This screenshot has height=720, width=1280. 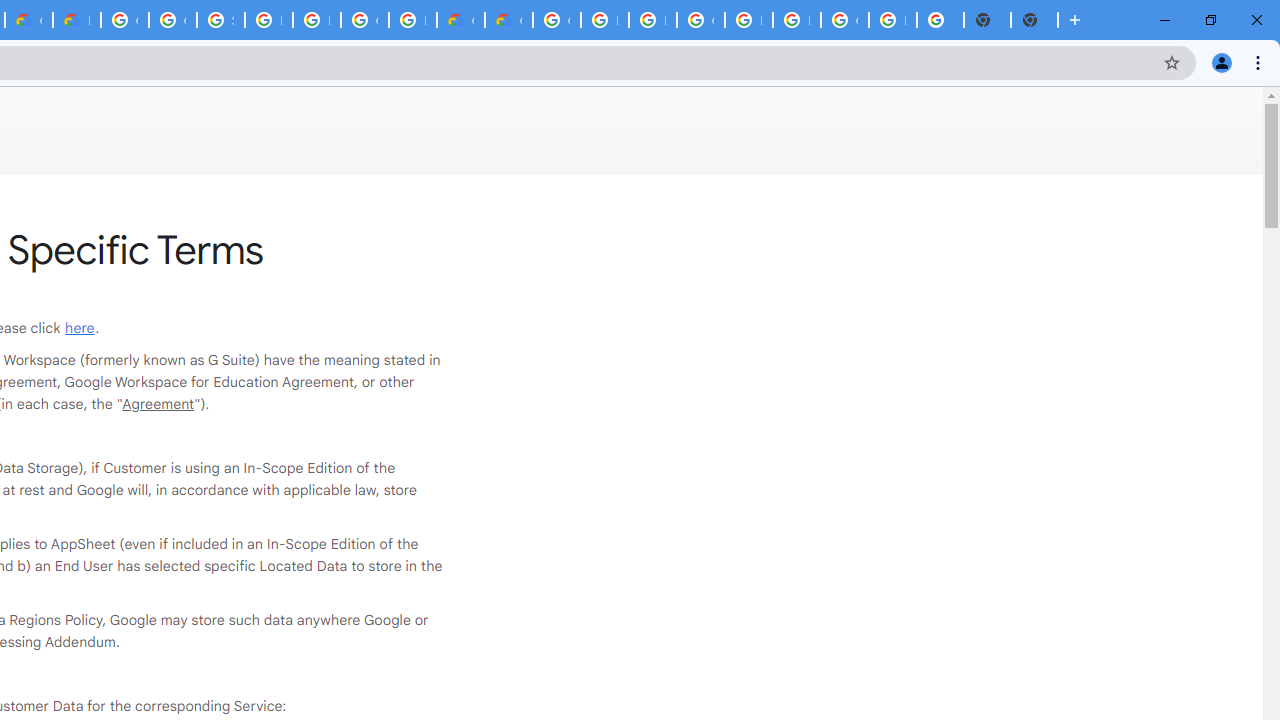 What do you see at coordinates (556, 20) in the screenshot?
I see `'Google Cloud Platform'` at bounding box center [556, 20].